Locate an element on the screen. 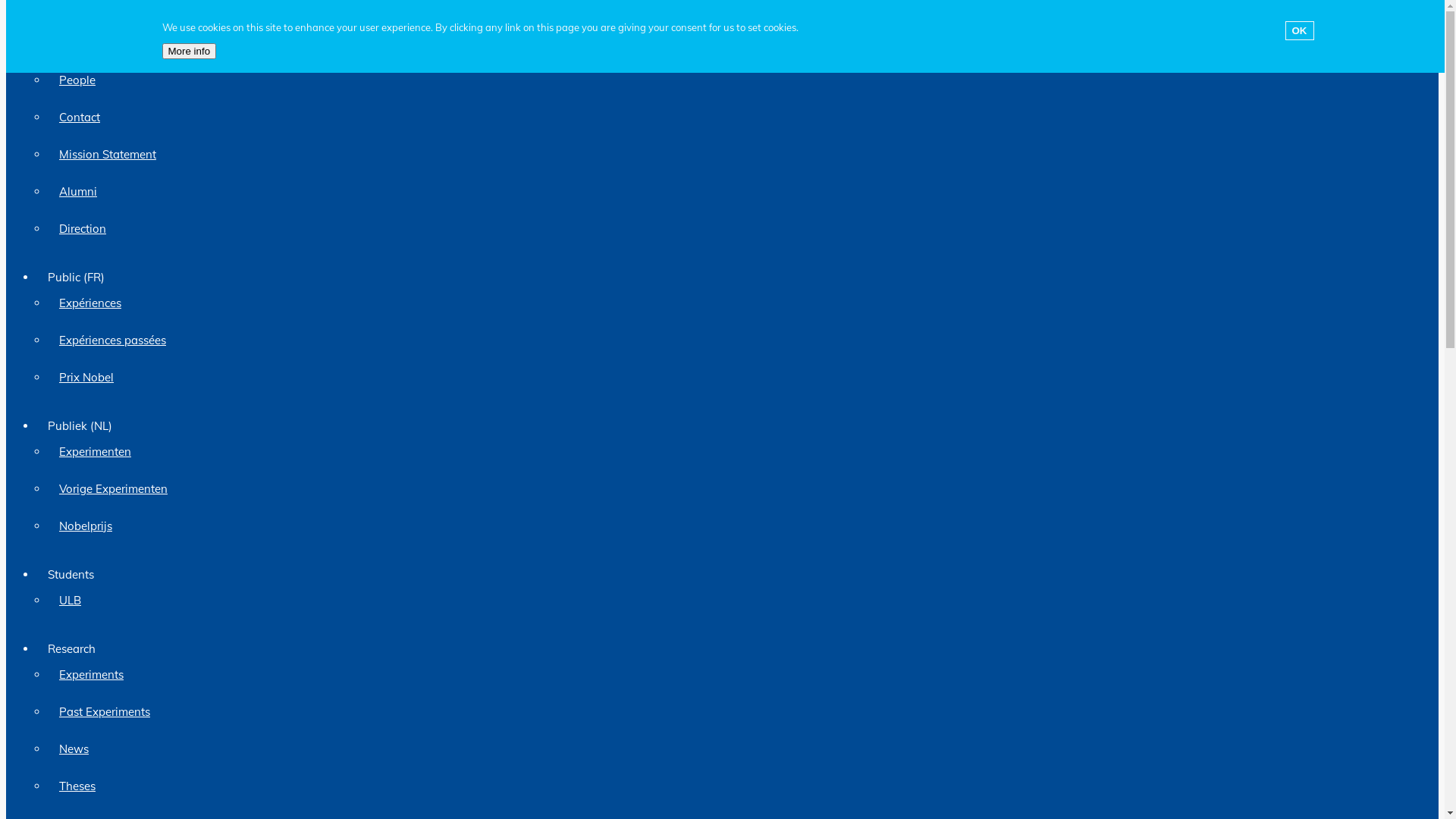 The width and height of the screenshot is (1456, 819). 'More info' is located at coordinates (162, 50).